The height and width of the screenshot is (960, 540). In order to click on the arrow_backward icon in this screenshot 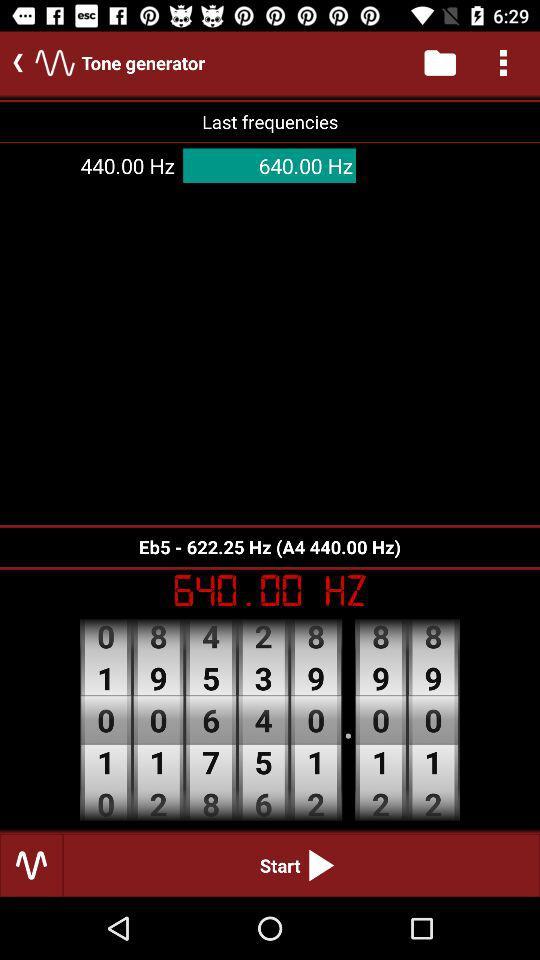, I will do `click(13, 62)`.